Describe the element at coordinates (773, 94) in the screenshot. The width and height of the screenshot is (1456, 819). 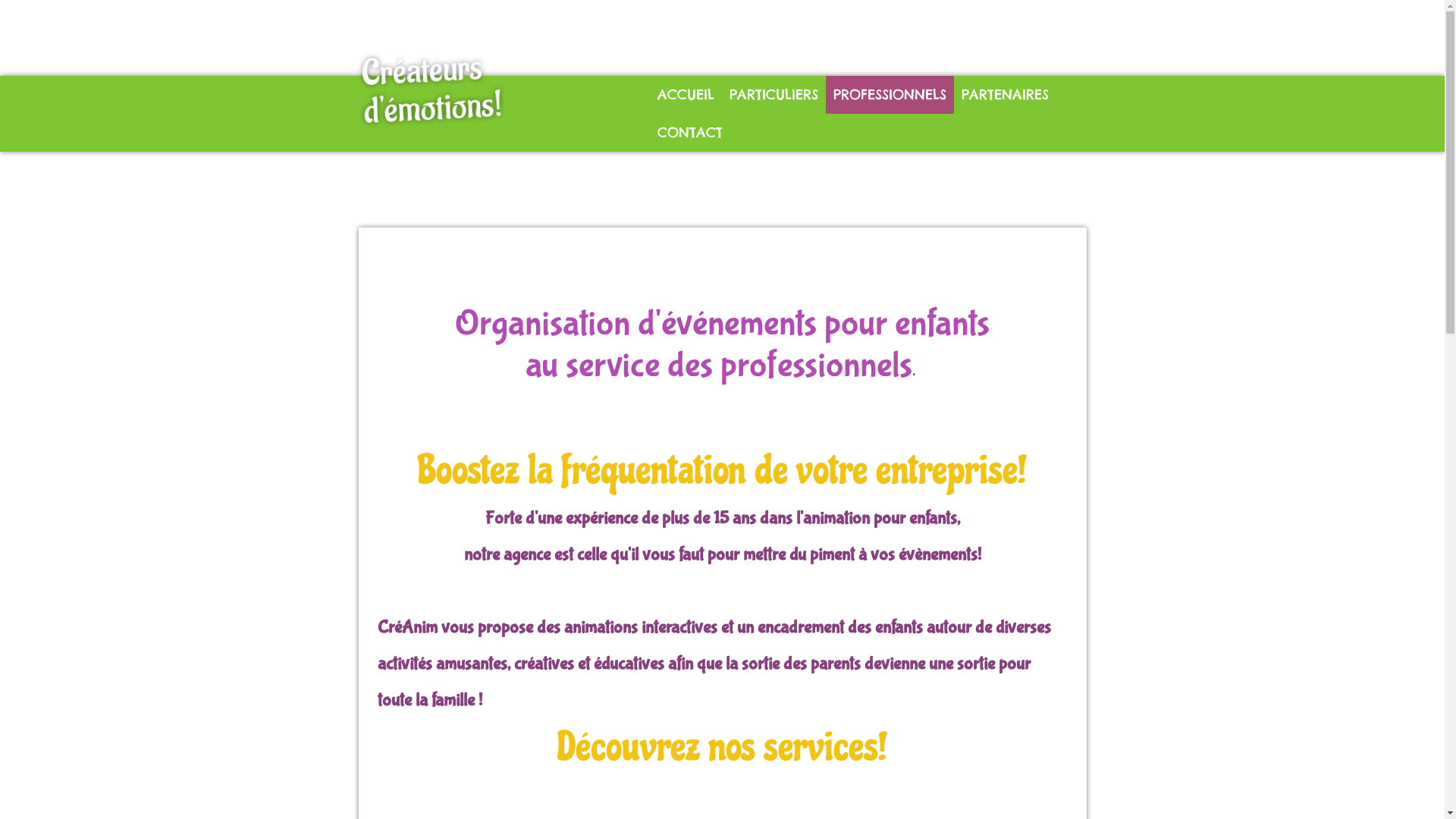
I see `'PARTICULIERS'` at that location.